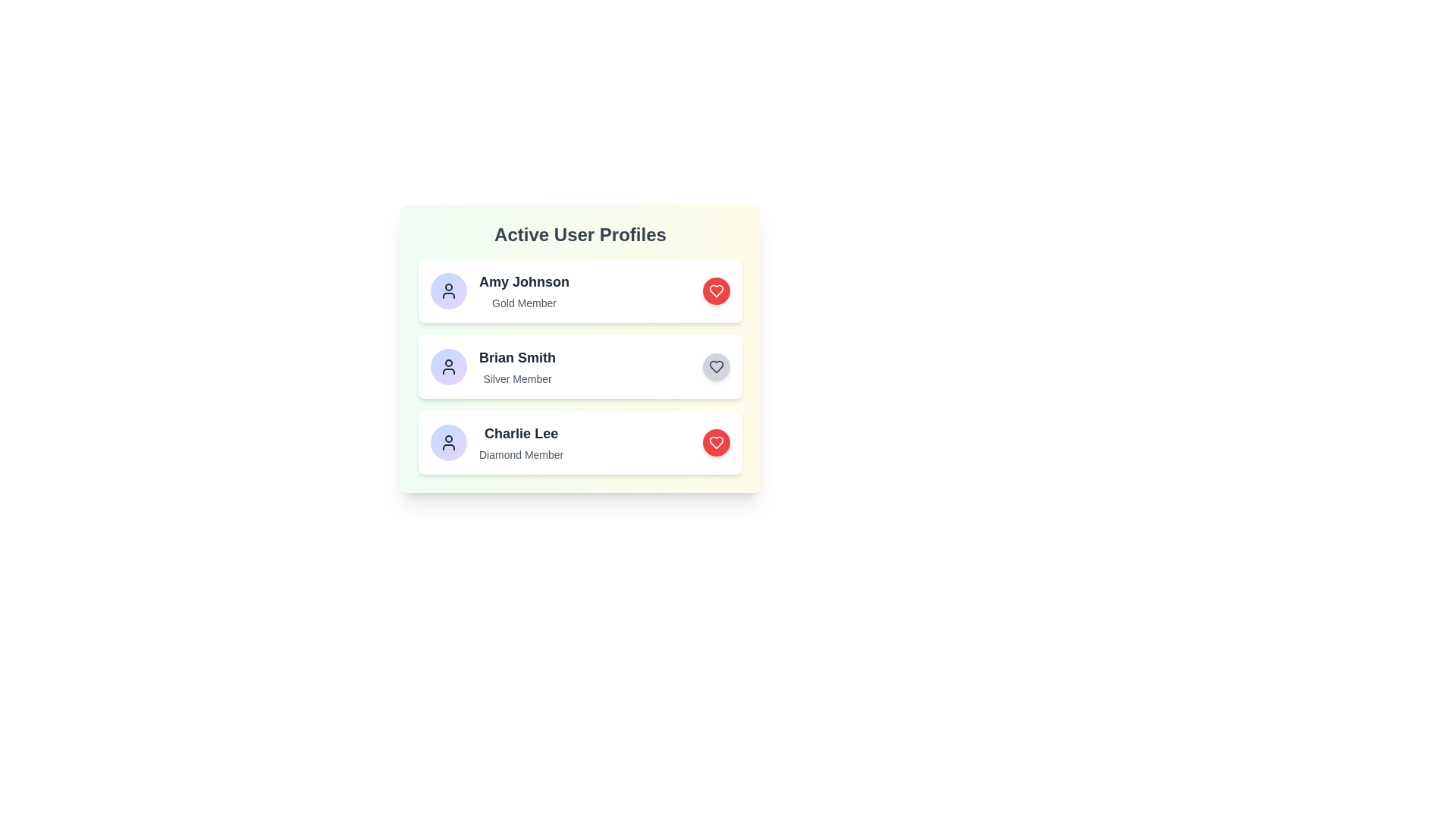 The image size is (1456, 819). Describe the element at coordinates (524, 281) in the screenshot. I see `the text label displaying the name 'Amy Johnson' which is styled as a heading in bold, dark font, located inside the first user profile card of the 'Active User Profiles' list` at that location.